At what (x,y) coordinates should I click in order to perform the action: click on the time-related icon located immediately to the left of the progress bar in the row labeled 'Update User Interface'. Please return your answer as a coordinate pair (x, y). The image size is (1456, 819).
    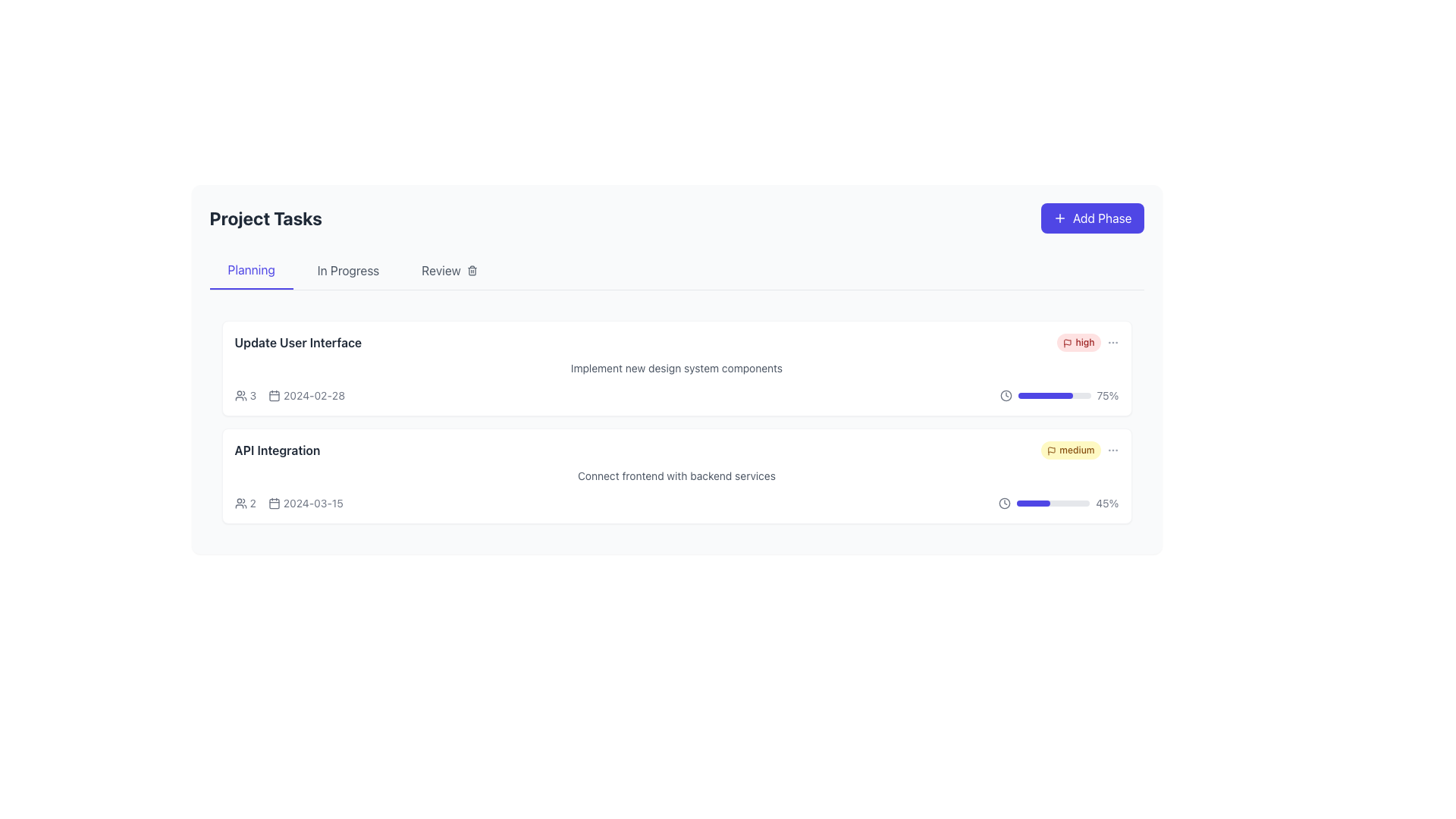
    Looking at the image, I should click on (1006, 394).